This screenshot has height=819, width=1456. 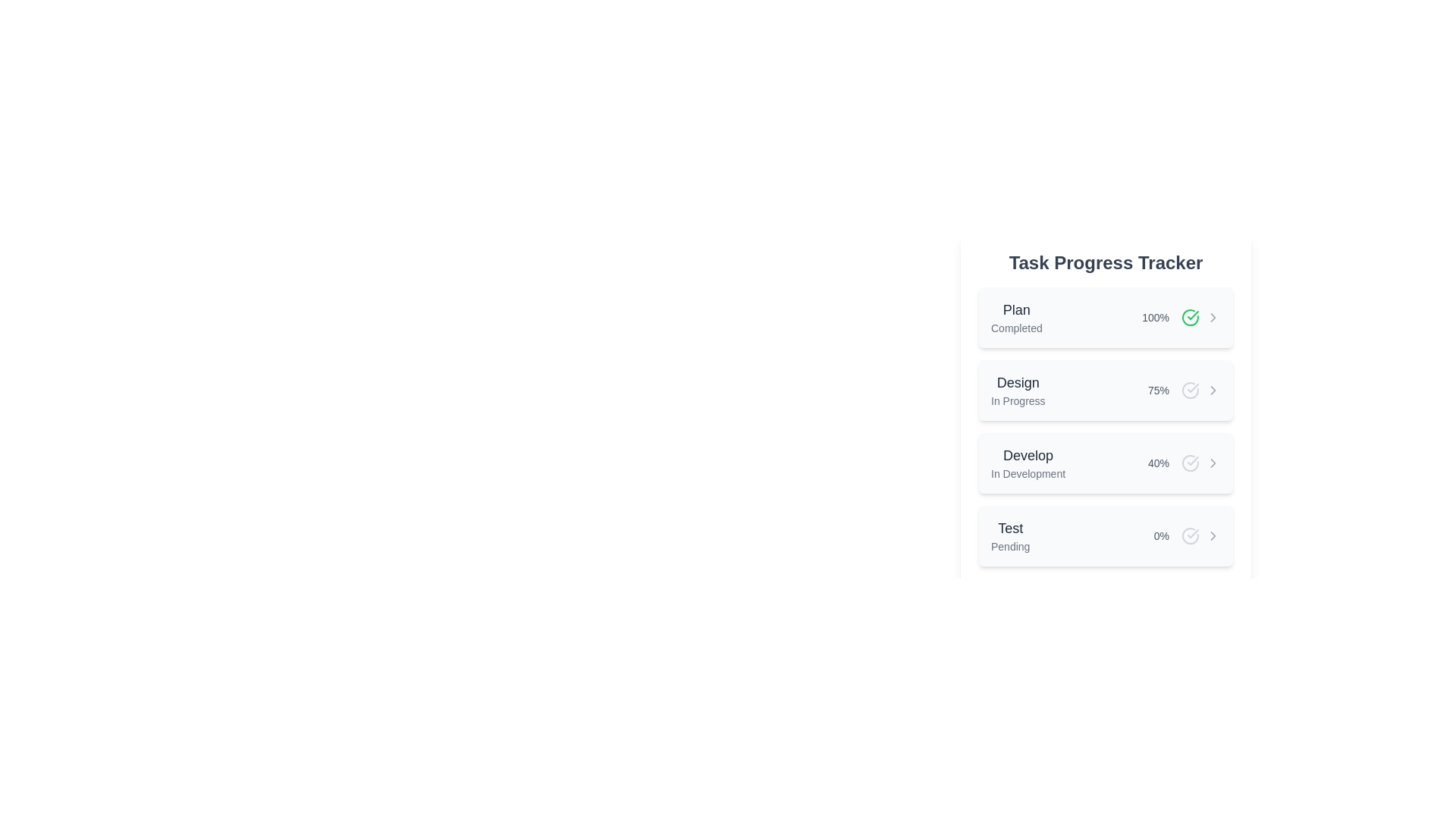 I want to click on the 'Completed' text label, which is a small gray font located beneath the 'Plan' label in the task status panel, so click(x=1016, y=327).